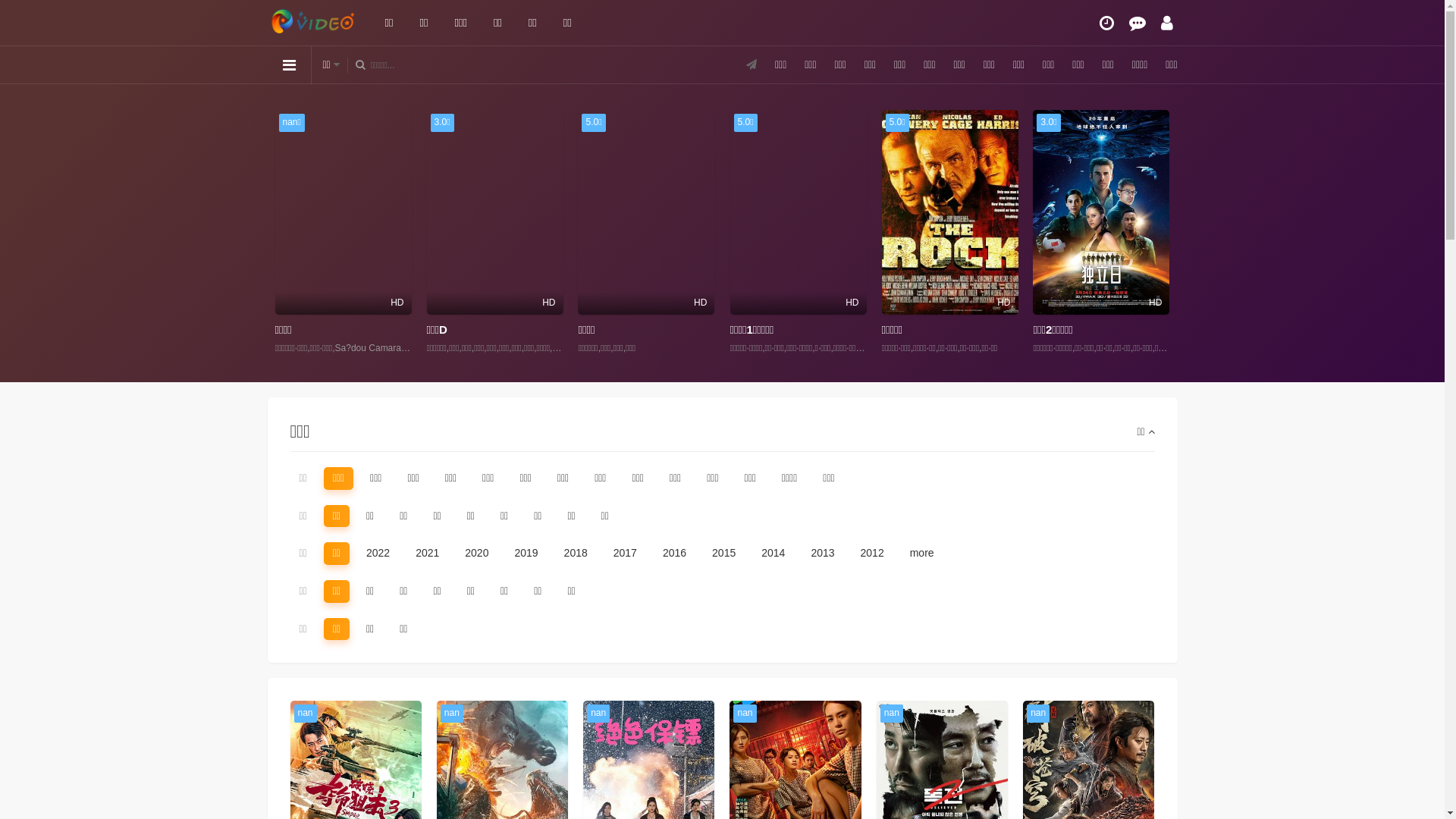 This screenshot has height=819, width=1456. Describe the element at coordinates (673, 553) in the screenshot. I see `'2016'` at that location.